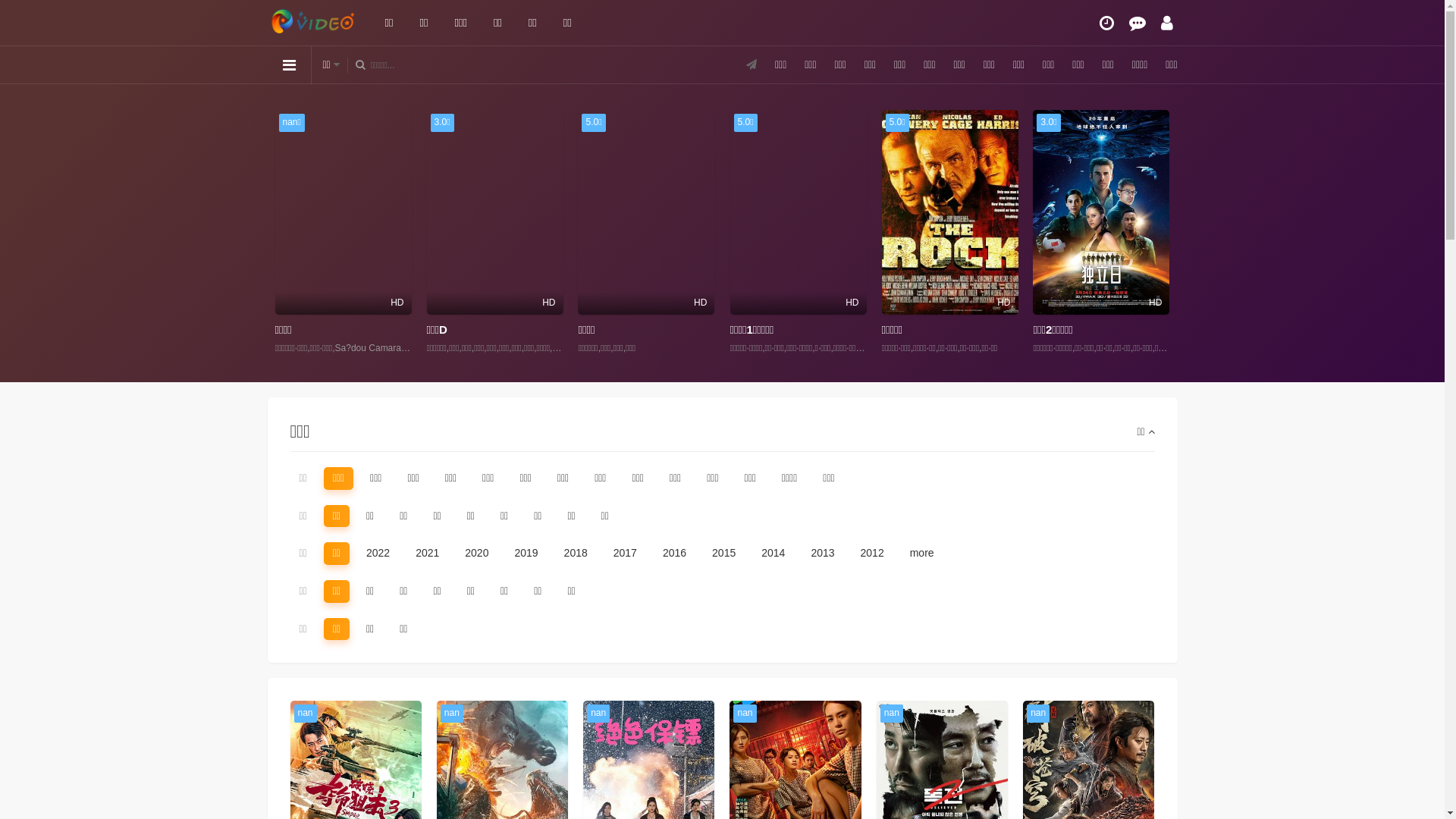 This screenshot has height=819, width=1456. Describe the element at coordinates (673, 553) in the screenshot. I see `'2016'` at that location.